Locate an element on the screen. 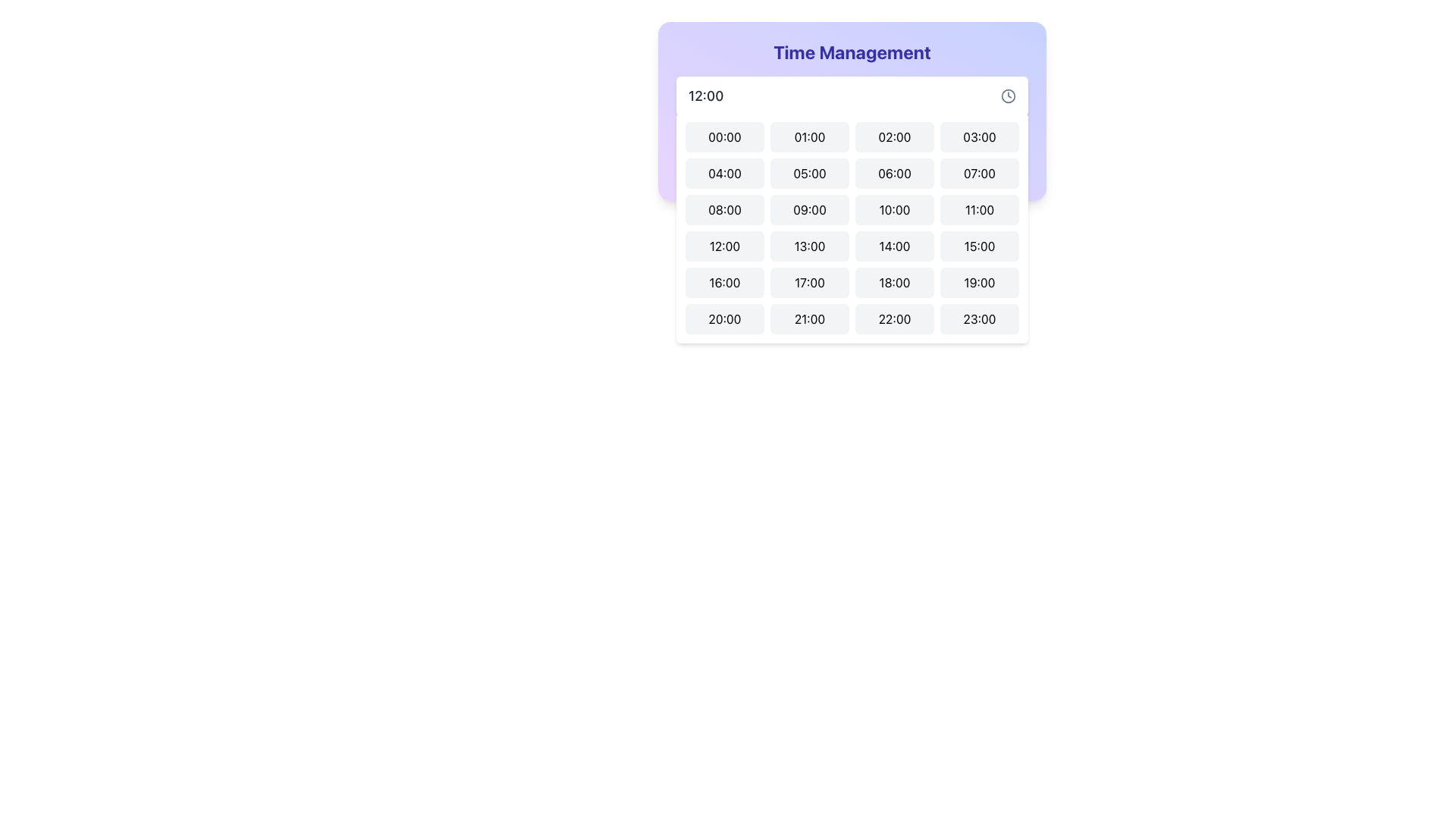  the selectable time slot button for '18:00' located in the fifth row and third column of the grid layout in the 'Time Management' card is located at coordinates (895, 283).